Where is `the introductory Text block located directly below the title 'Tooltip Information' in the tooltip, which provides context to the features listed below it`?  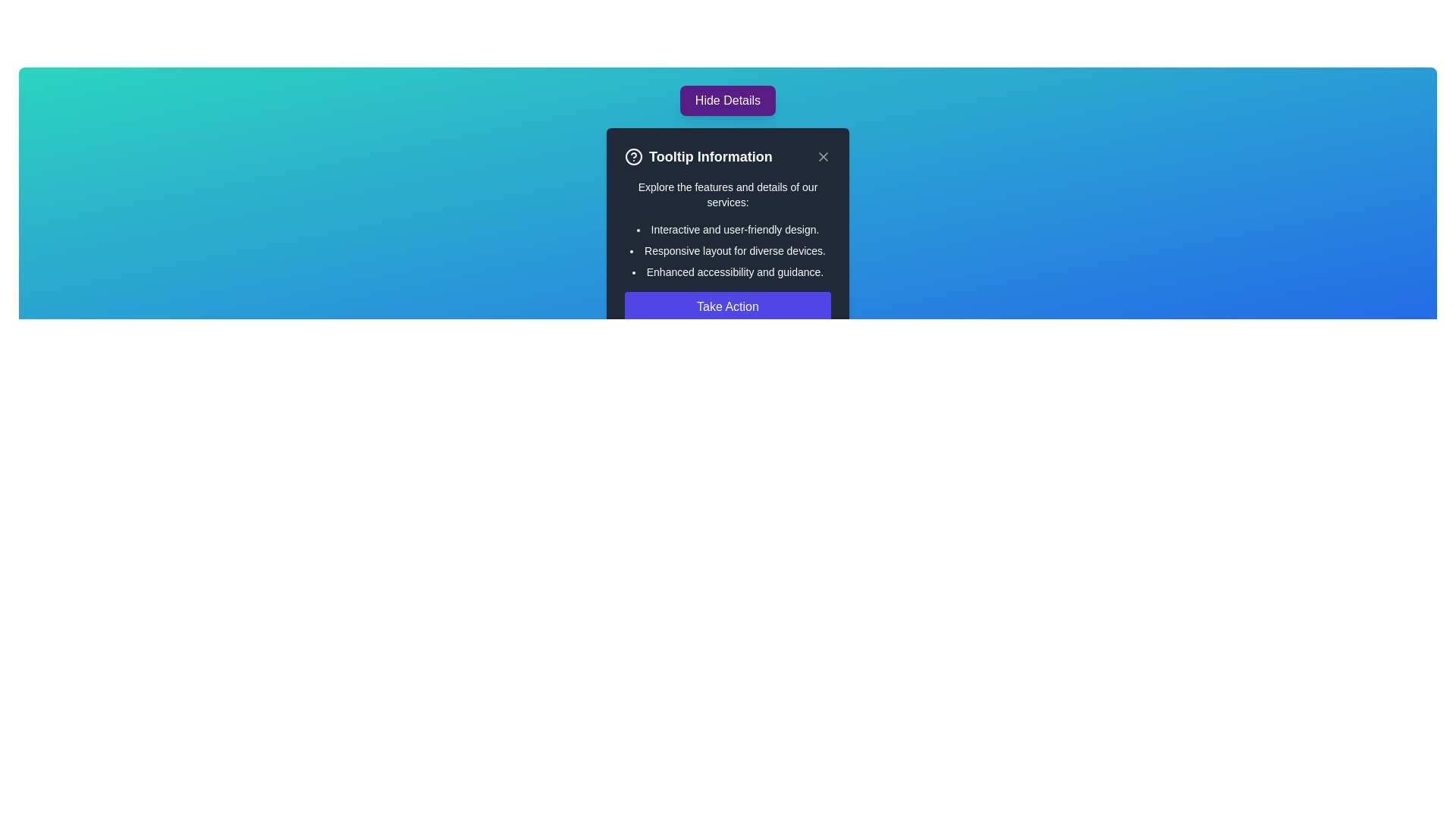 the introductory Text block located directly below the title 'Tooltip Information' in the tooltip, which provides context to the features listed below it is located at coordinates (728, 194).